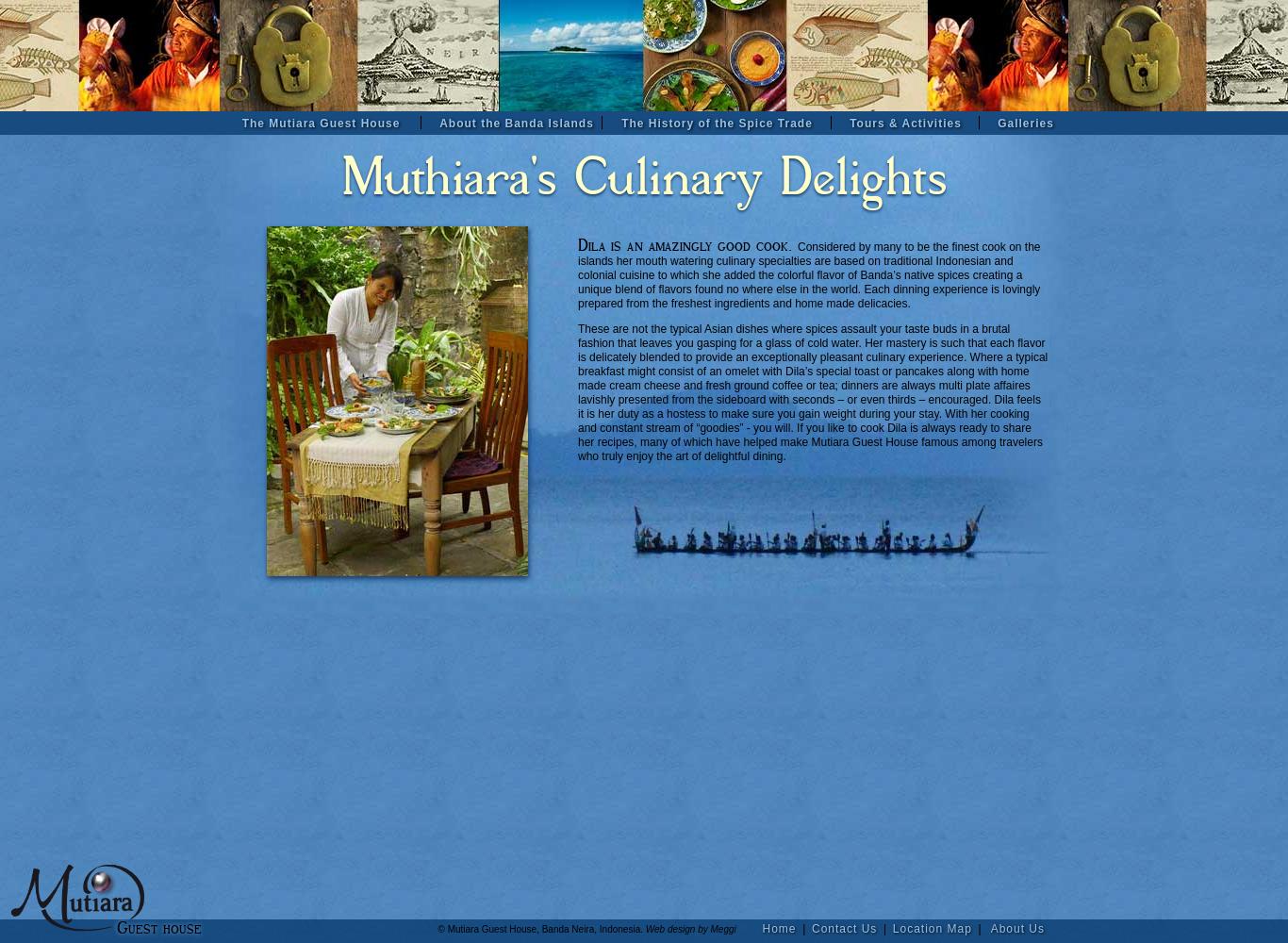 The height and width of the screenshot is (943, 1288). Describe the element at coordinates (932, 928) in the screenshot. I see `'Location Map'` at that location.